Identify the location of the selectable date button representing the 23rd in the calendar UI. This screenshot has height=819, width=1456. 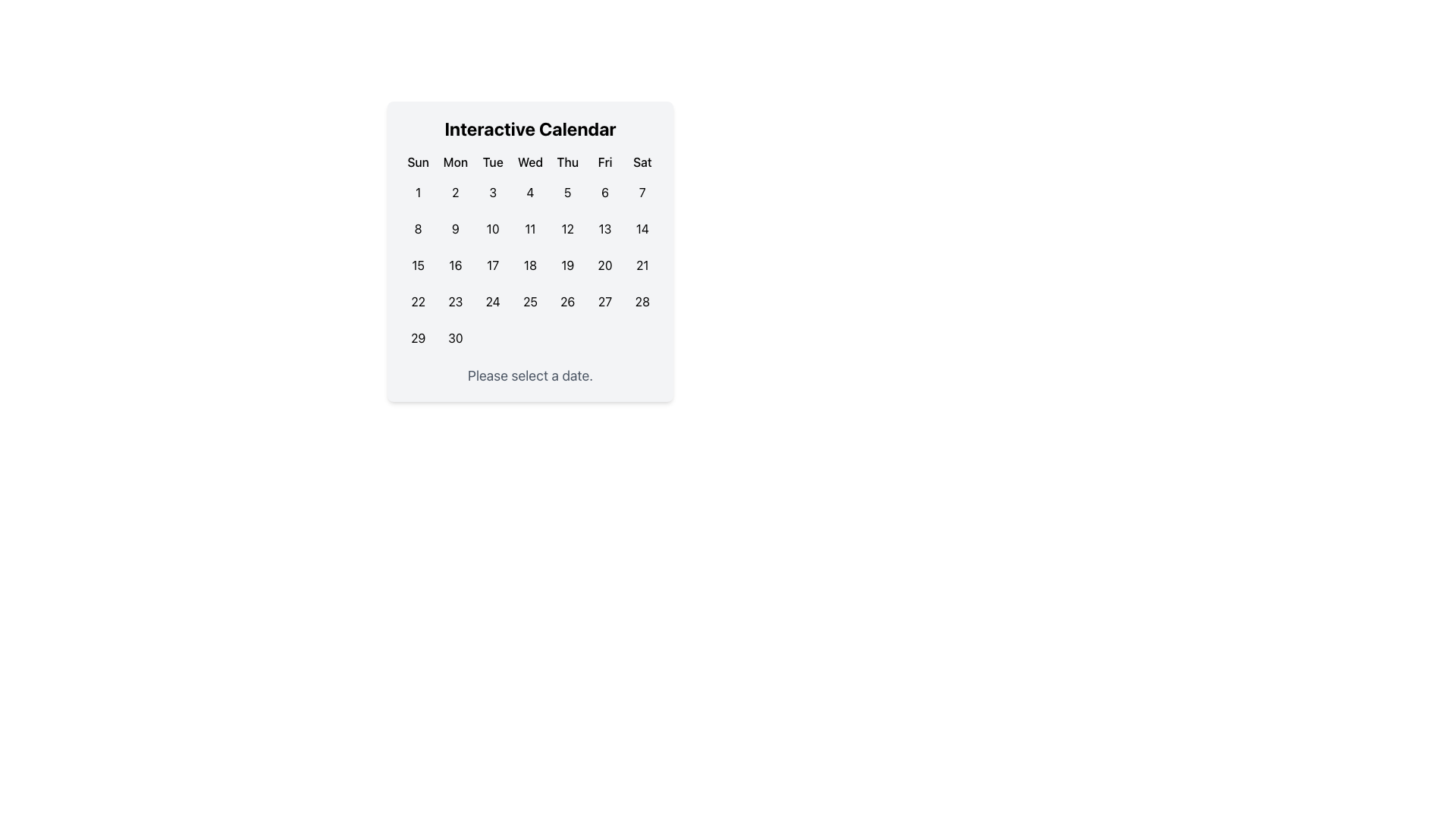
(454, 301).